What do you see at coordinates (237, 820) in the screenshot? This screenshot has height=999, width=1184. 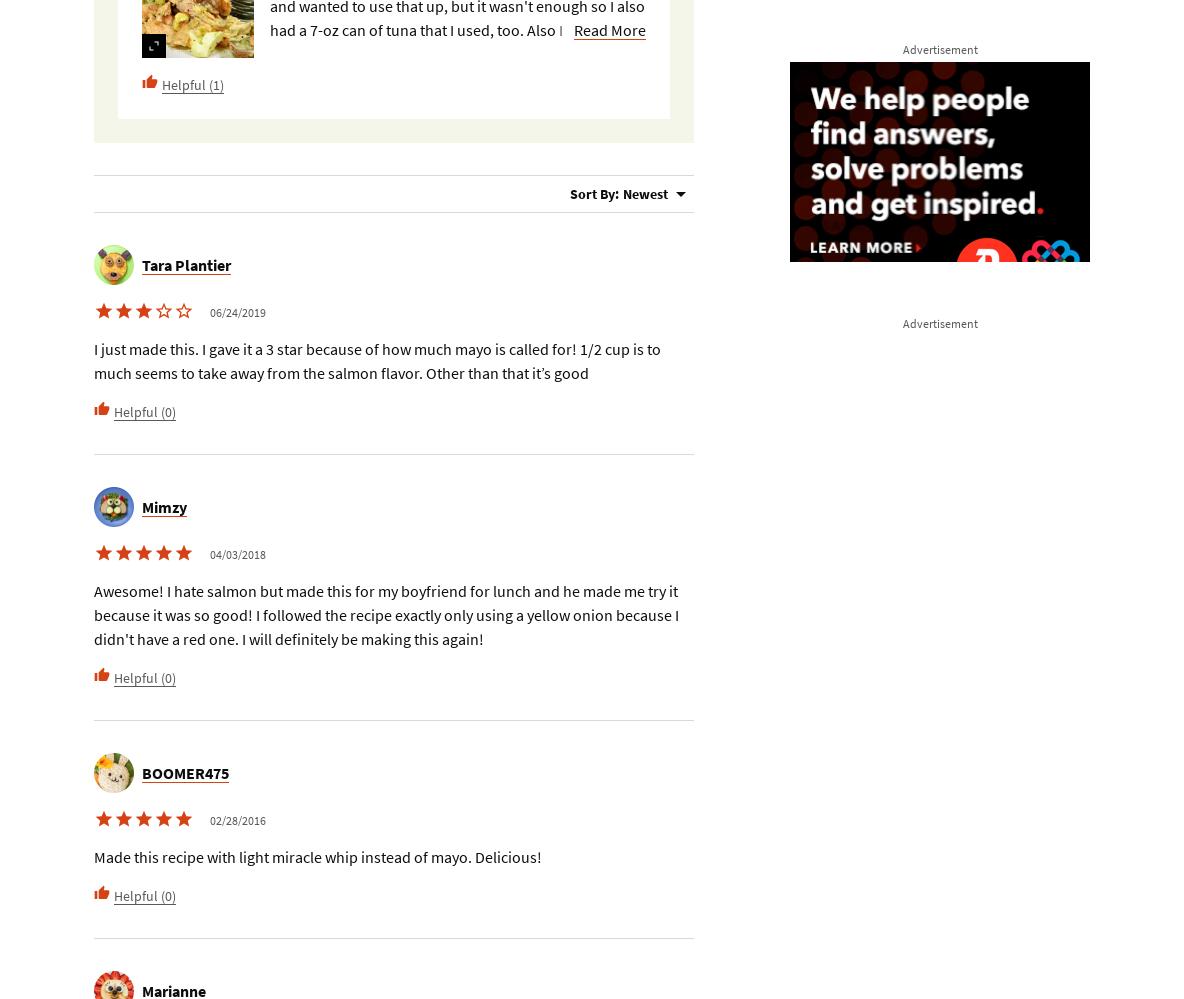 I see `'02/28/2016'` at bounding box center [237, 820].